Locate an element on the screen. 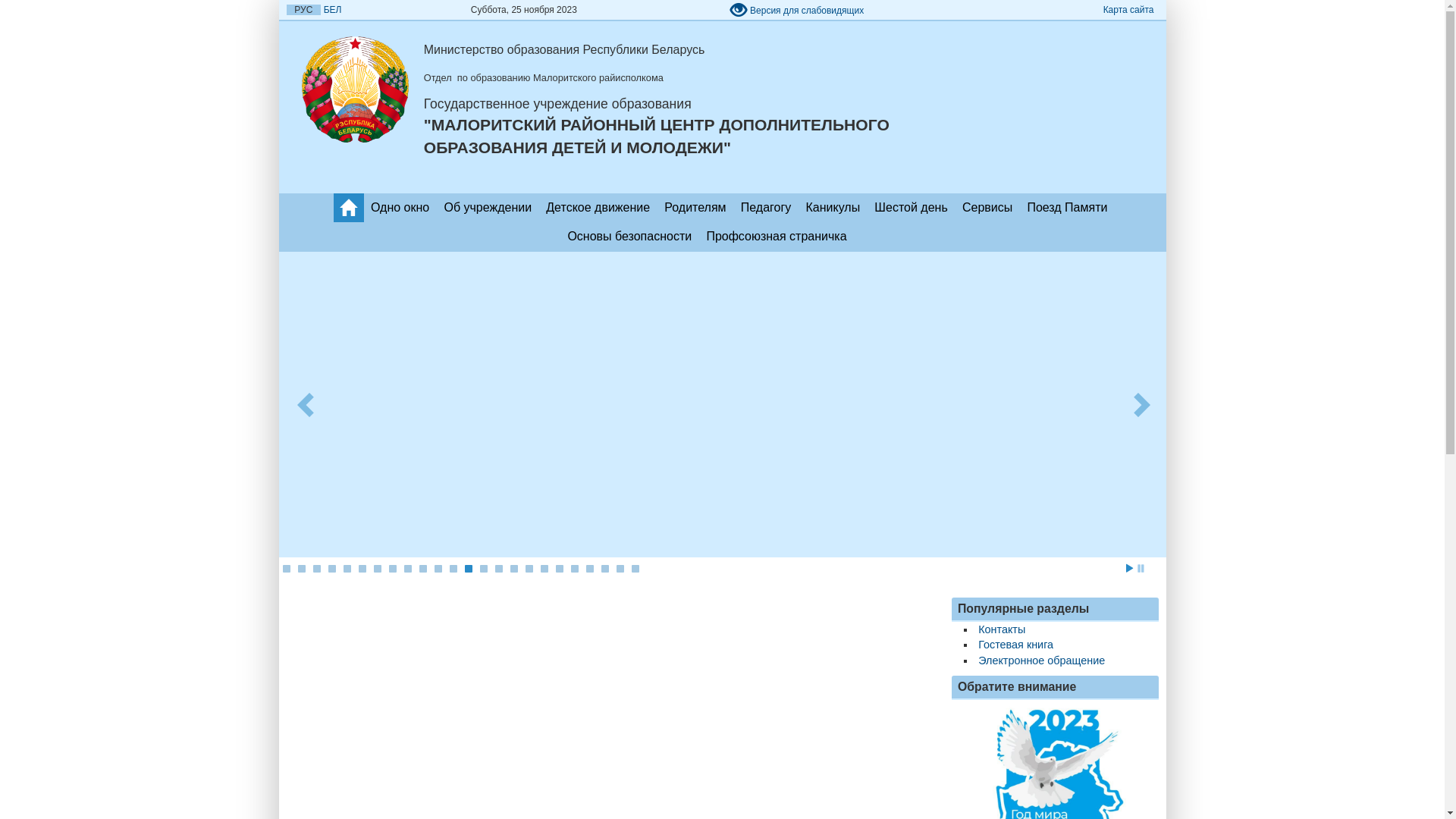  '11' is located at coordinates (436, 568).